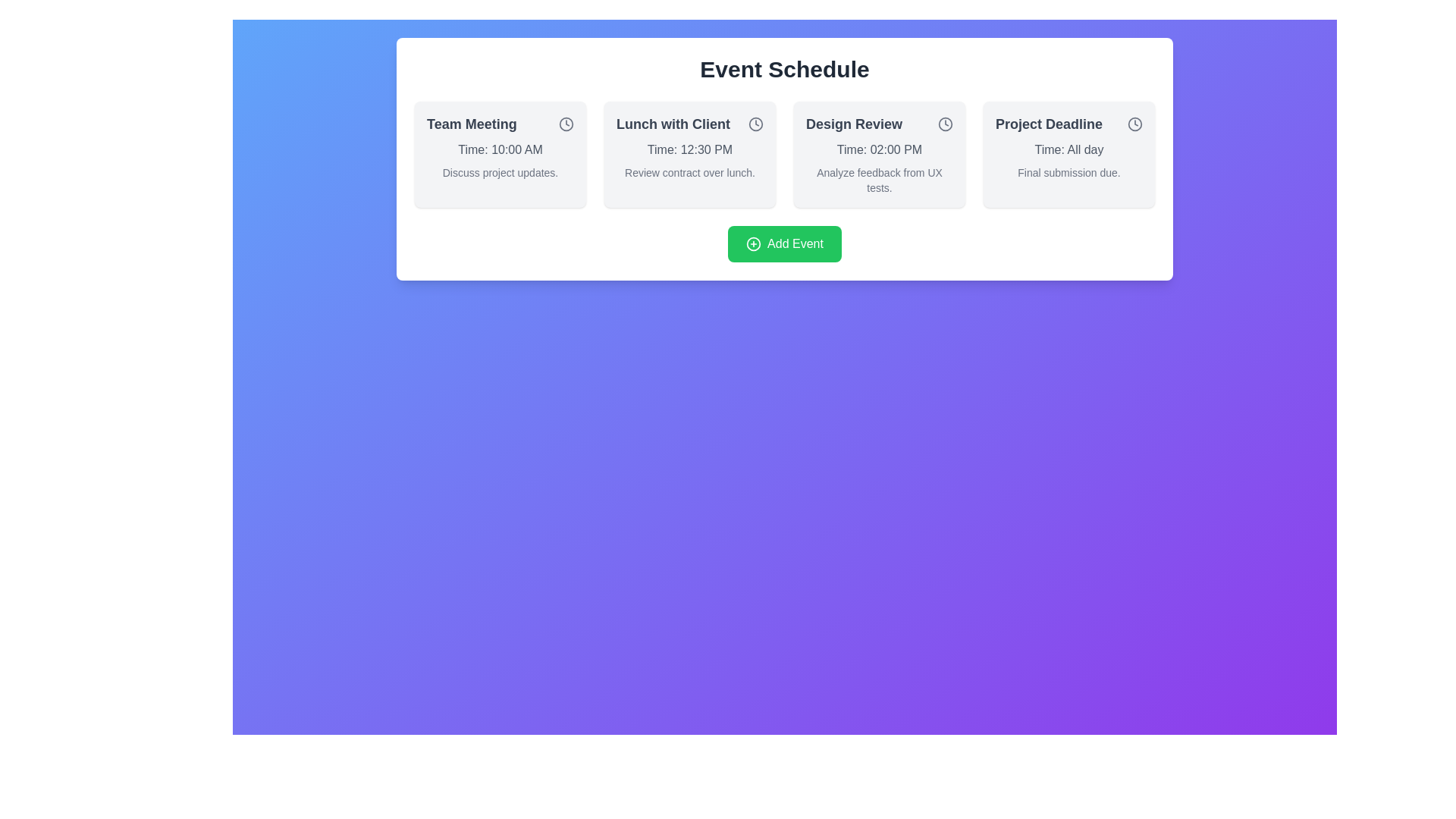 The image size is (1456, 819). I want to click on the title text component for the 'Design Review' event card, which is located at the top of the third event card in the 'Event Schedule' section, featuring a visual clock icon for temporal relevance, so click(880, 124).